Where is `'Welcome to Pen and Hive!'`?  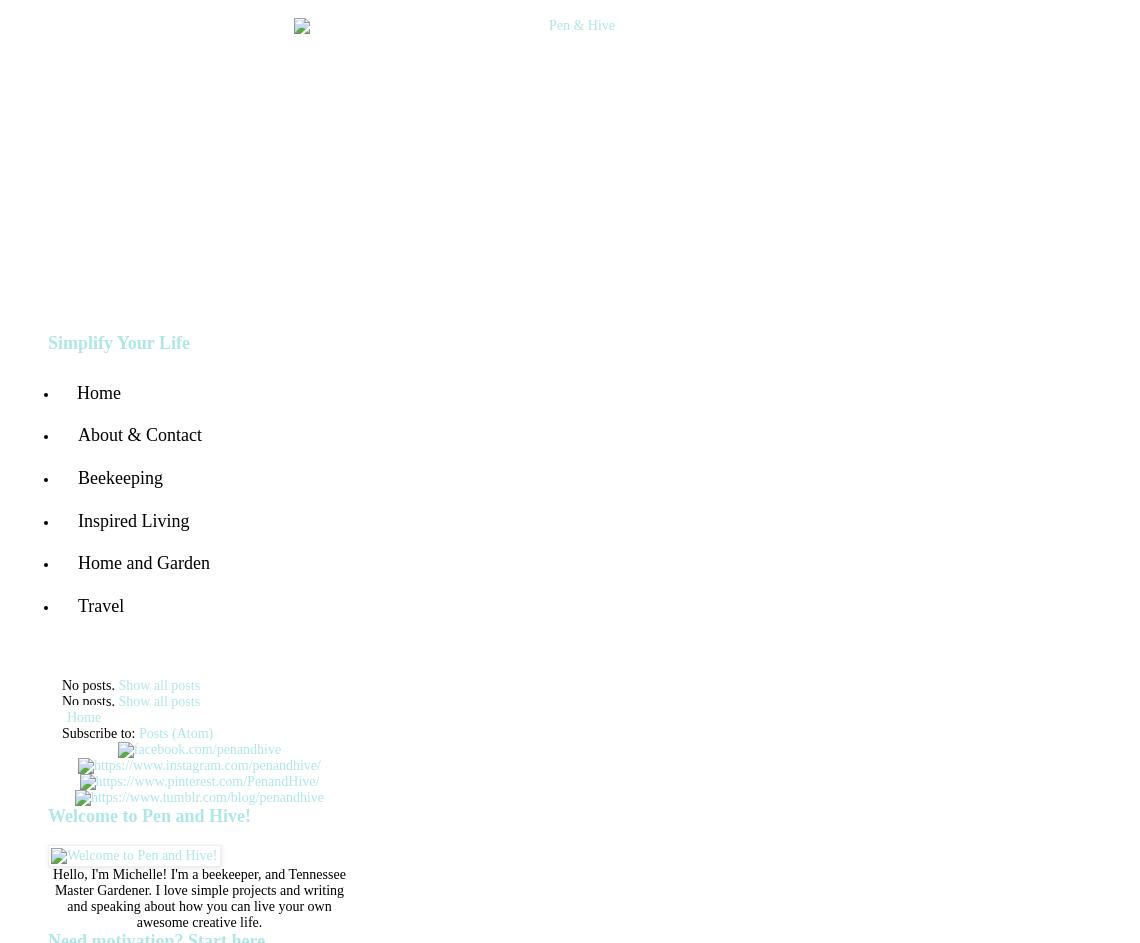
'Welcome to Pen and Hive!' is located at coordinates (148, 814).